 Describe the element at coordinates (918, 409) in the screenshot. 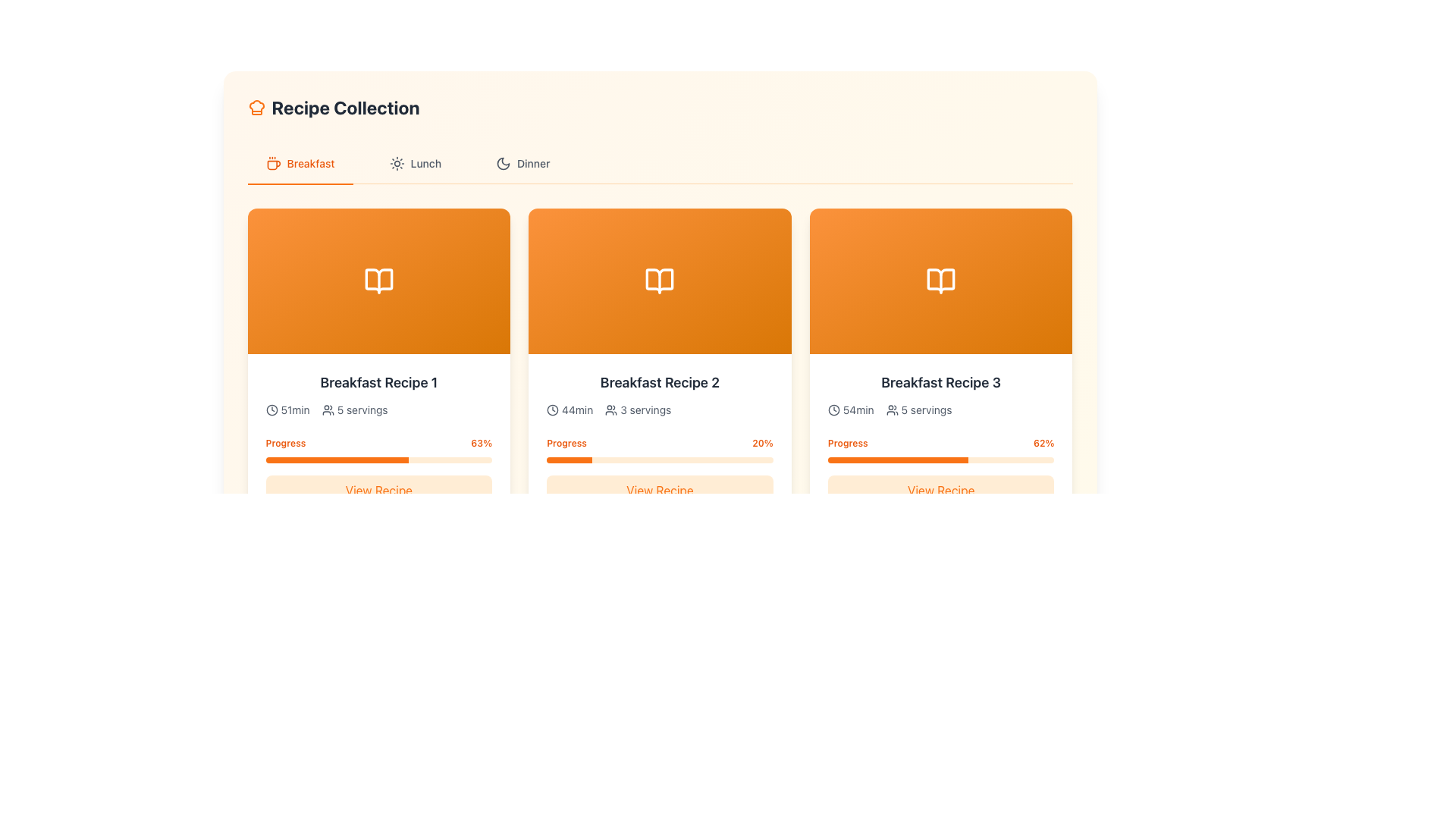

I see `the text label displaying '5 servings' alongside the user icon, located in the details section at the bottom of the card for 'Breakfast Recipe 3'` at that location.